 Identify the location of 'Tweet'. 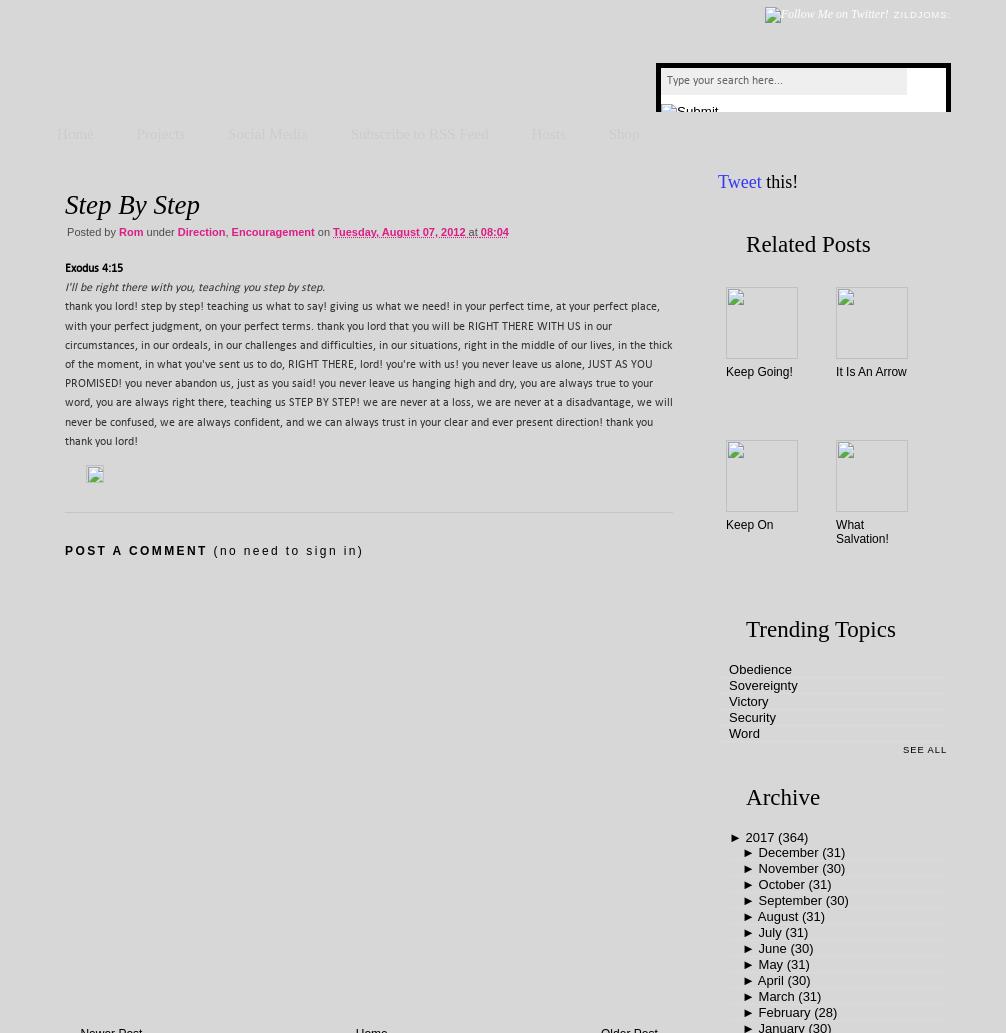
(739, 181).